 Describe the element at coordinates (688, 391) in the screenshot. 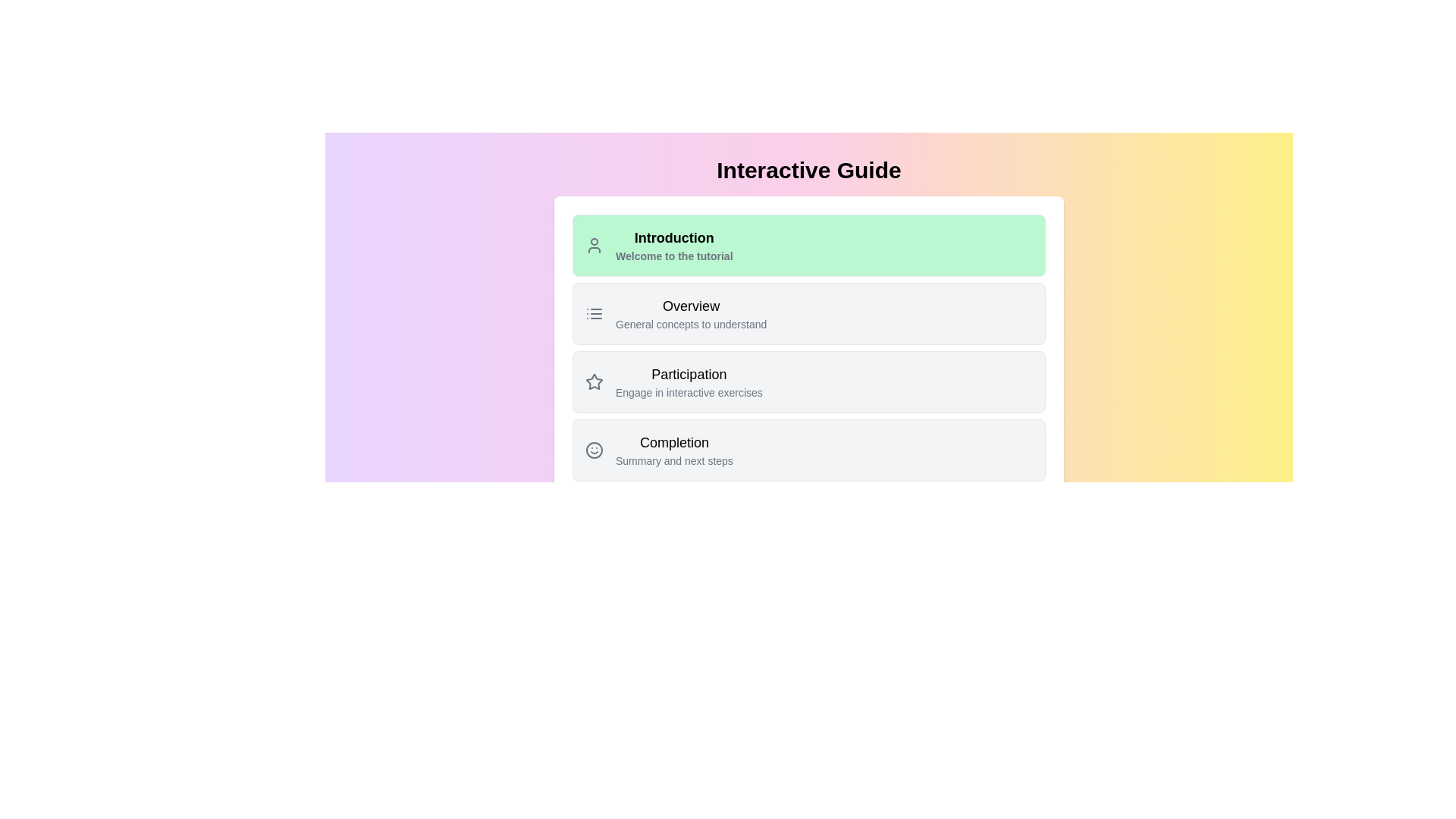

I see `the explanatory text label that provides additional context for the 'Participation' section of the interactive guide, located directly below the 'Participation' title text` at that location.